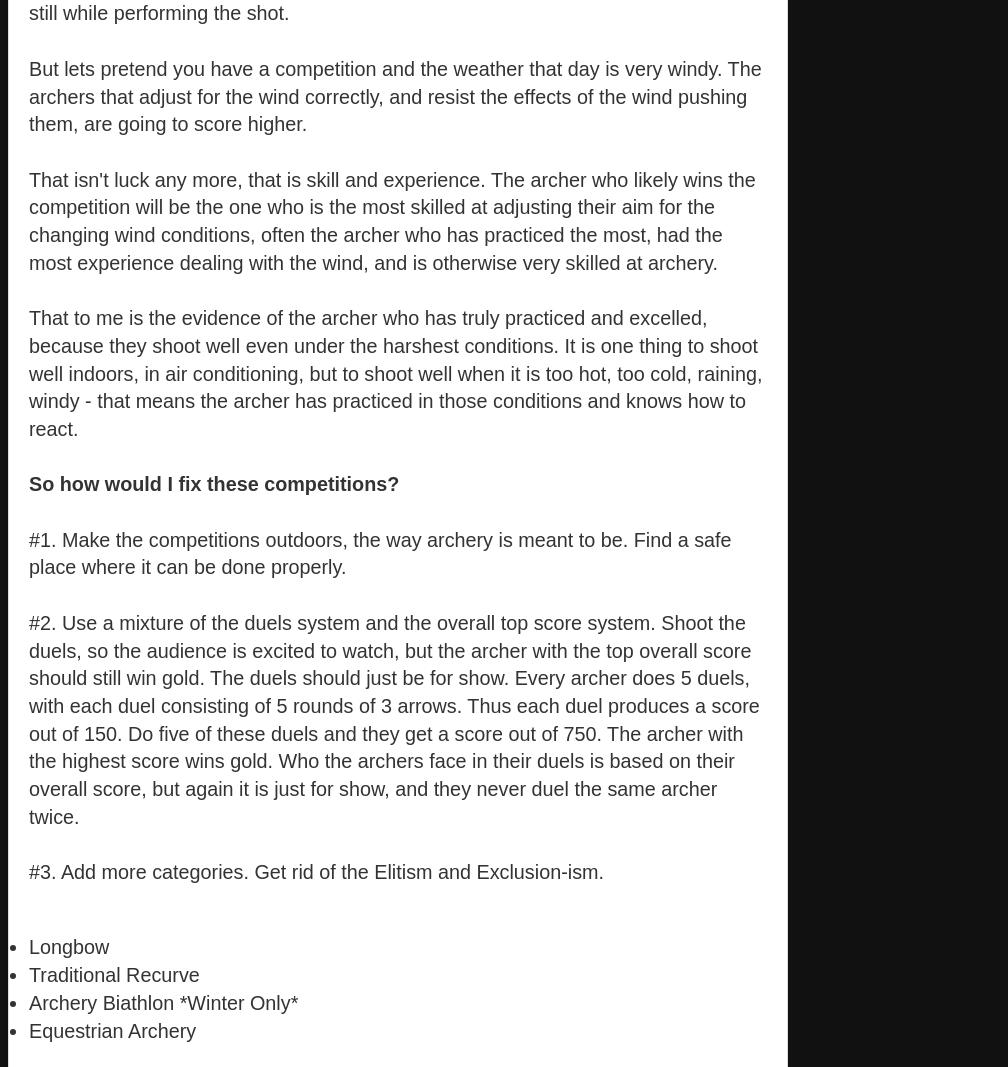 Image resolution: width=1008 pixels, height=1067 pixels. I want to click on '#2. Use a mixture of the duels system and the overall top score system. Shoot the duels, so the audience is excited to watch, but the archer with the top overall score should still win gold. The duels should just be for show. Every archer does 5 duels, with each duel consisting of 5 rounds of 3 arrows. Thus each duel produces a score out of 150. Do five of these duels and they get a score out of 750. The archer with the highest score wins gold. Who the archers face in their duels is based on their overall score, but again it is just for show, and they never duel the same archer twice.', so click(394, 718).